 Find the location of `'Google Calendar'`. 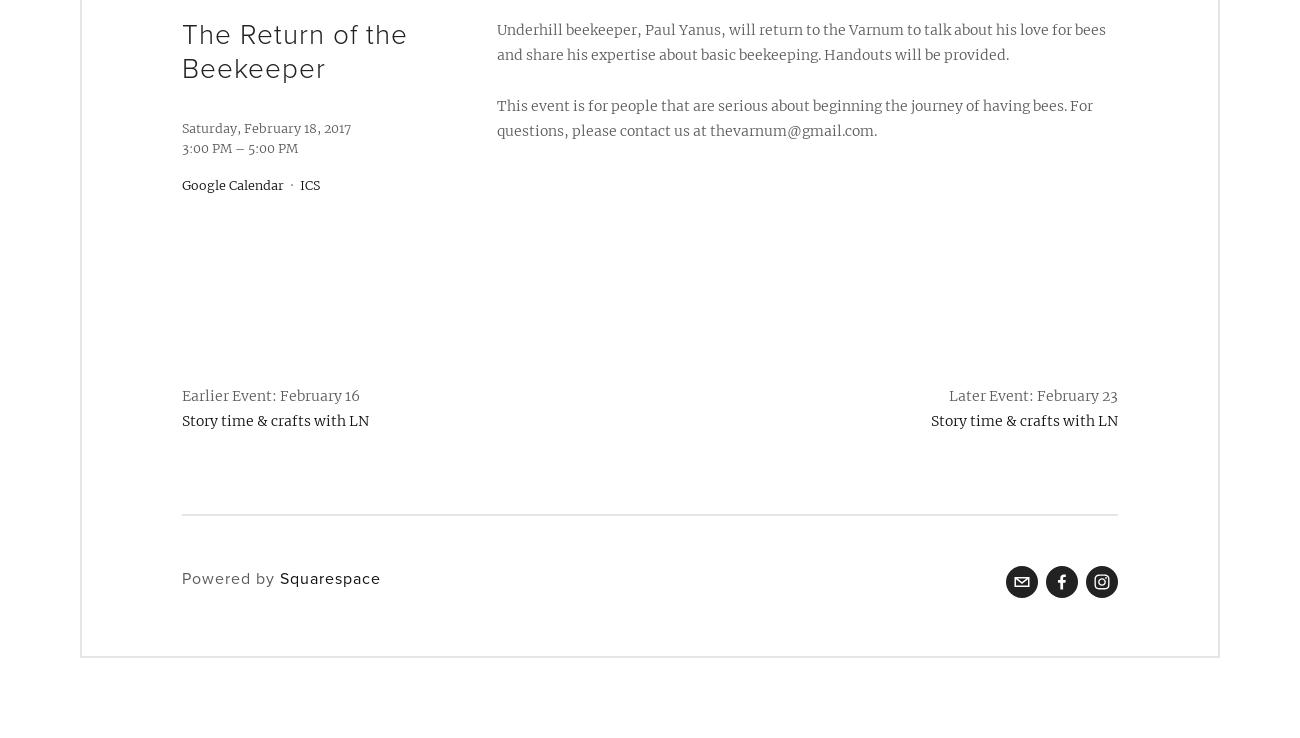

'Google Calendar' is located at coordinates (231, 184).